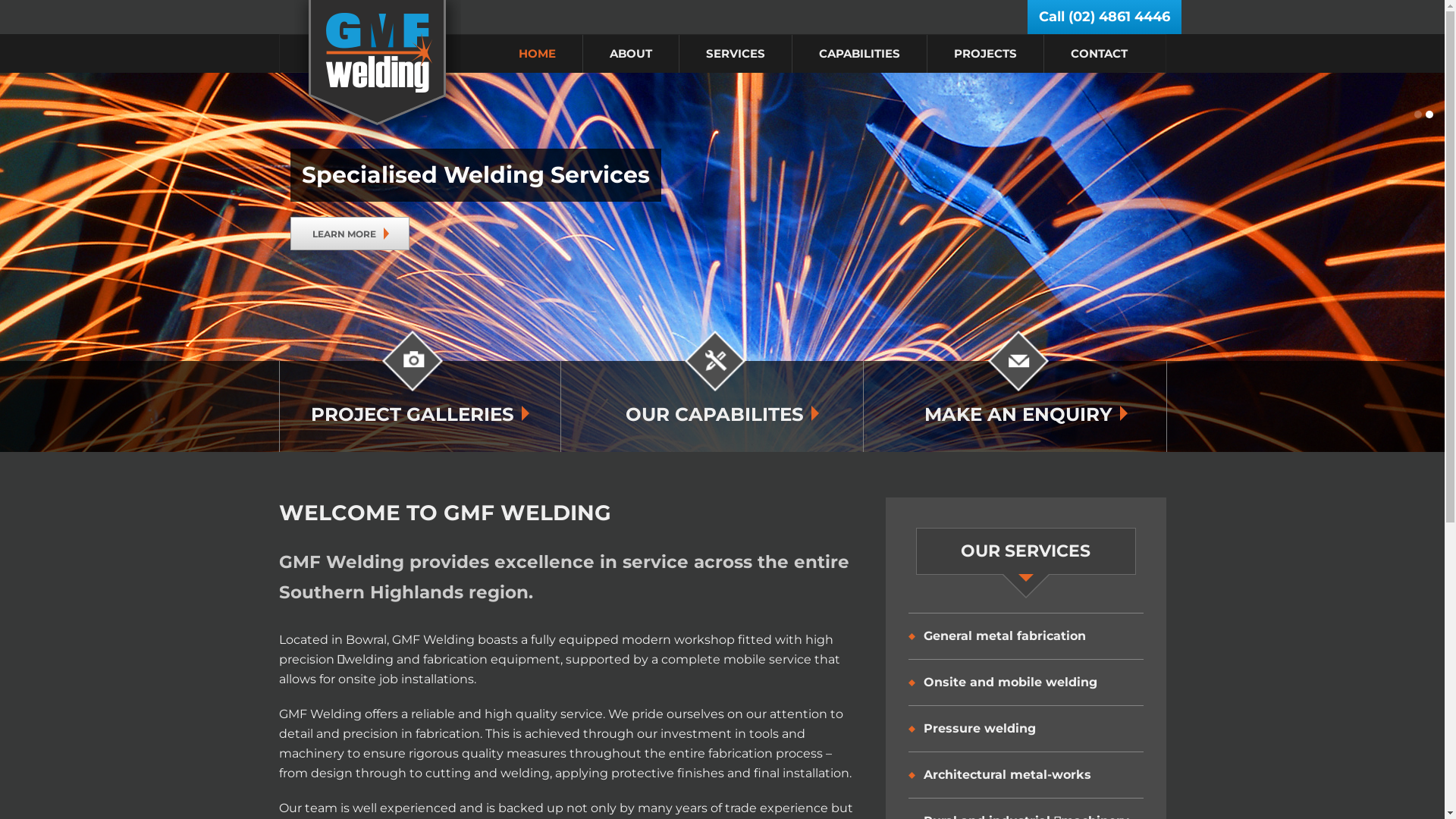 The height and width of the screenshot is (819, 1456). Describe the element at coordinates (630, 52) in the screenshot. I see `'ABOUT'` at that location.